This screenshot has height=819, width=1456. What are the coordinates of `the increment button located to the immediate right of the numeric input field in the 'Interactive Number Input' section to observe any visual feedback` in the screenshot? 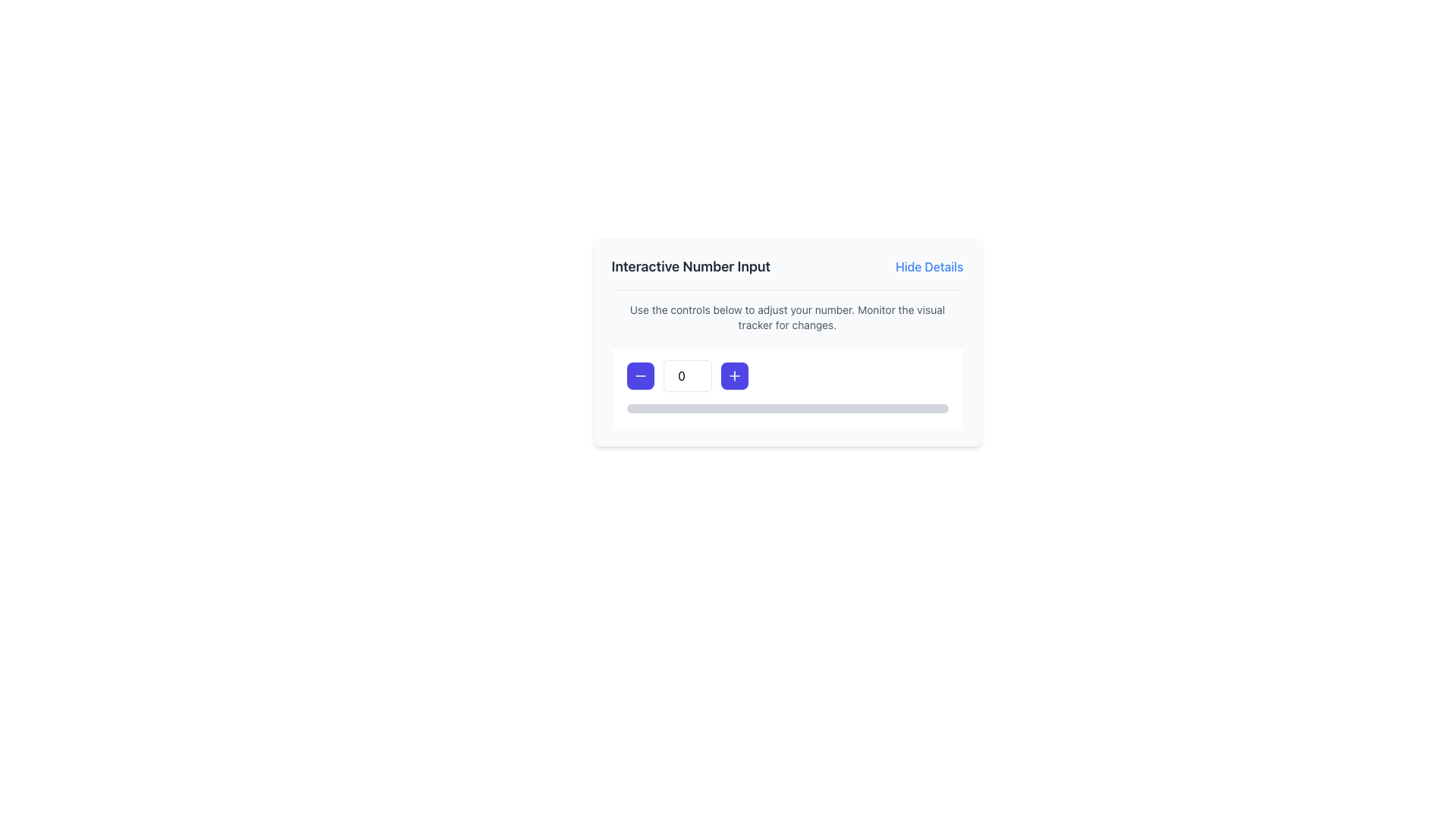 It's located at (734, 375).